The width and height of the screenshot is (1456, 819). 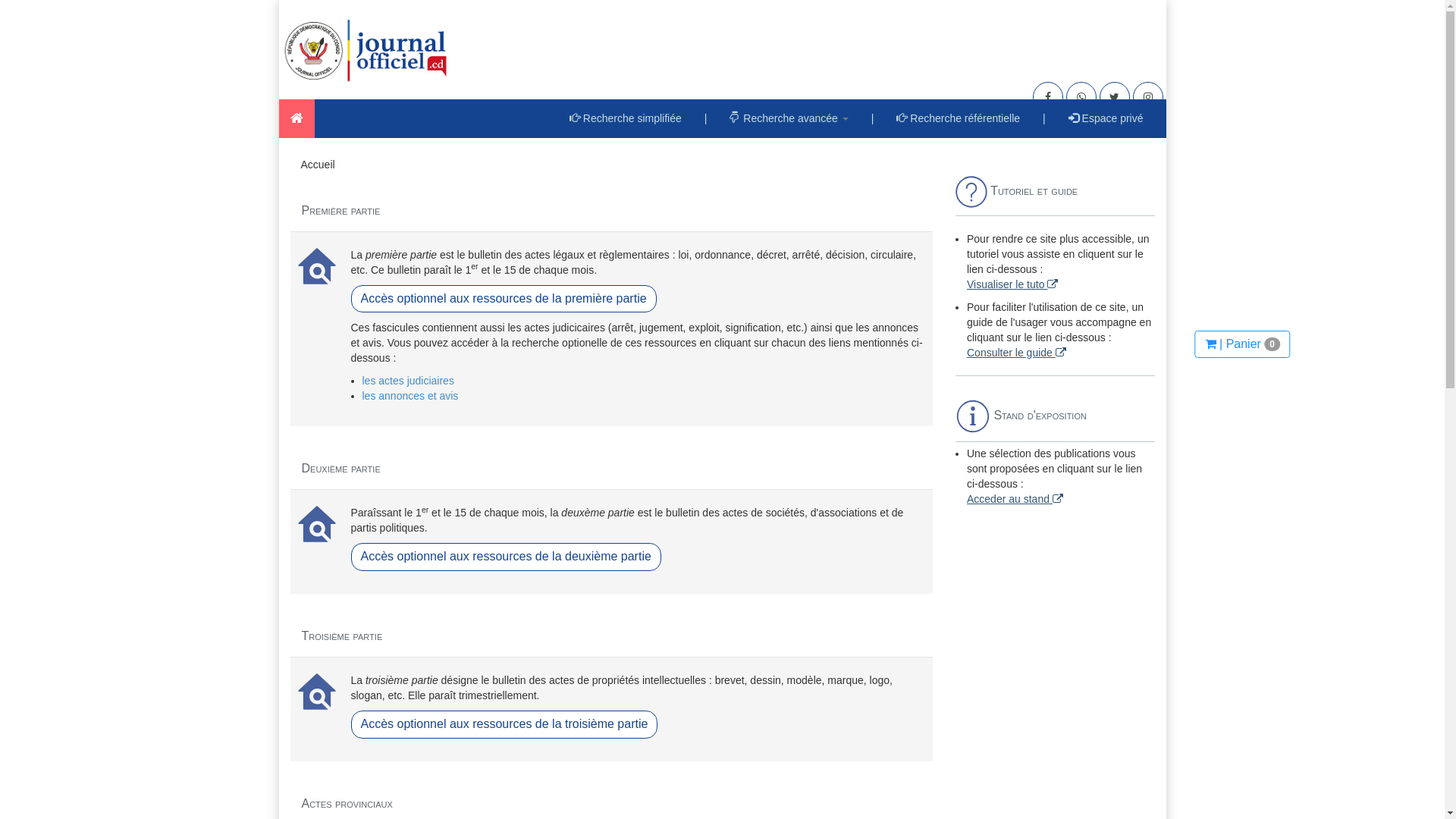 What do you see at coordinates (1114, 96) in the screenshot?
I see `'Twitter'` at bounding box center [1114, 96].